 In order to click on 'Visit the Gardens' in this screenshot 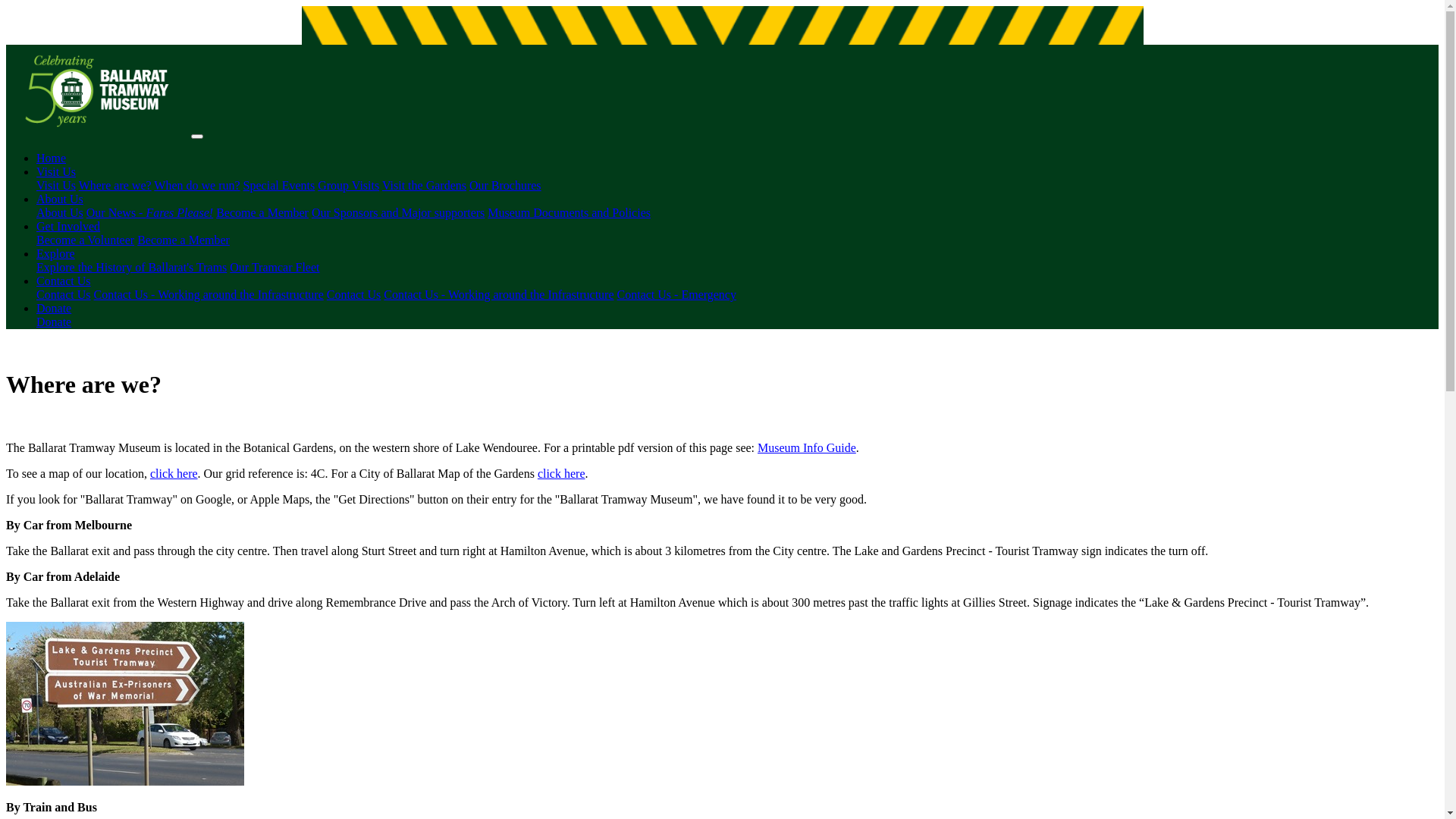, I will do `click(424, 184)`.